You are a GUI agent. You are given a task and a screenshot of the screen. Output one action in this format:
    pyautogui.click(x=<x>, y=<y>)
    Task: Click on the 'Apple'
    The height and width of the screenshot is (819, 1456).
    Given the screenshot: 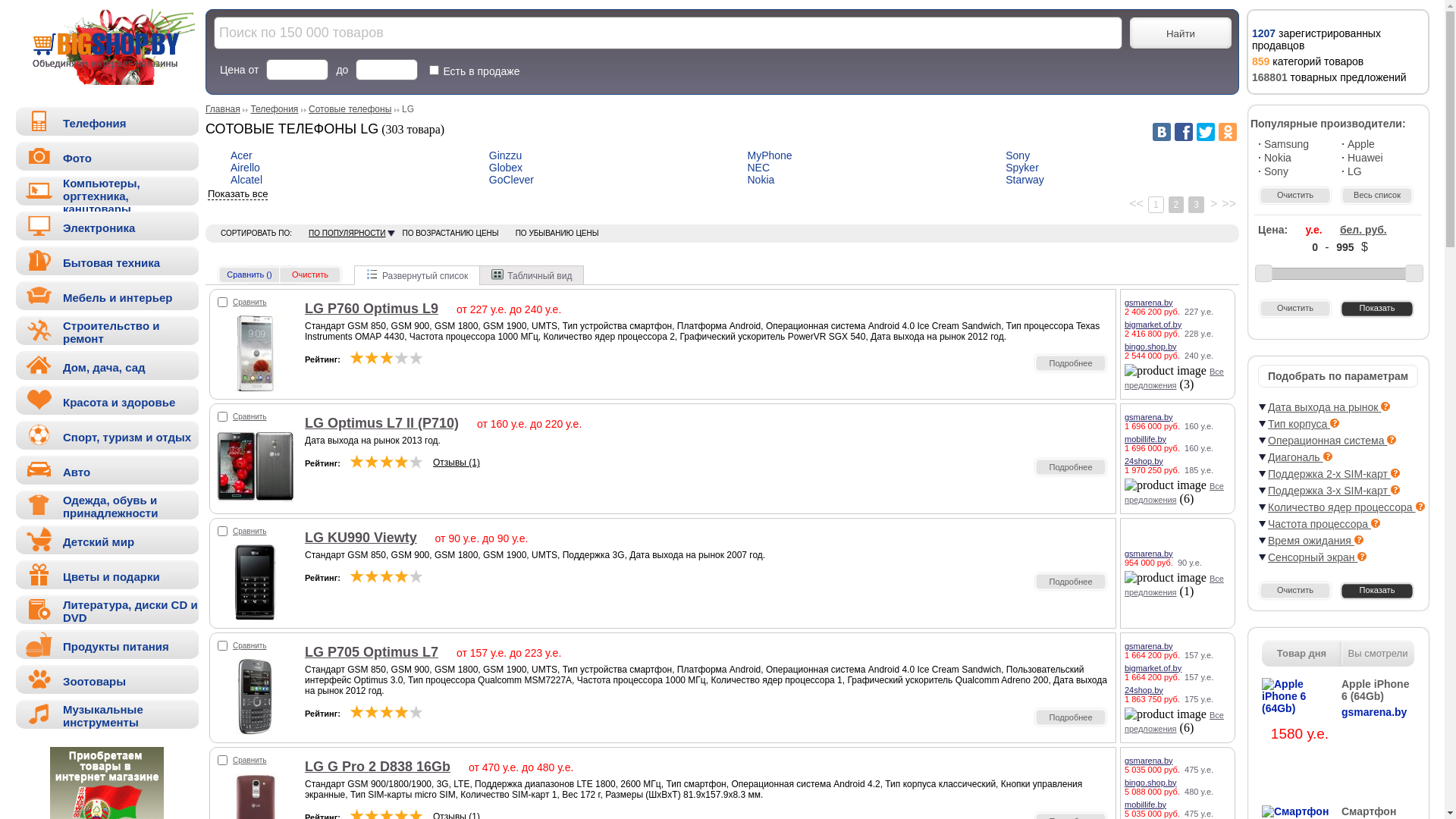 What is the action you would take?
    pyautogui.click(x=1338, y=143)
    